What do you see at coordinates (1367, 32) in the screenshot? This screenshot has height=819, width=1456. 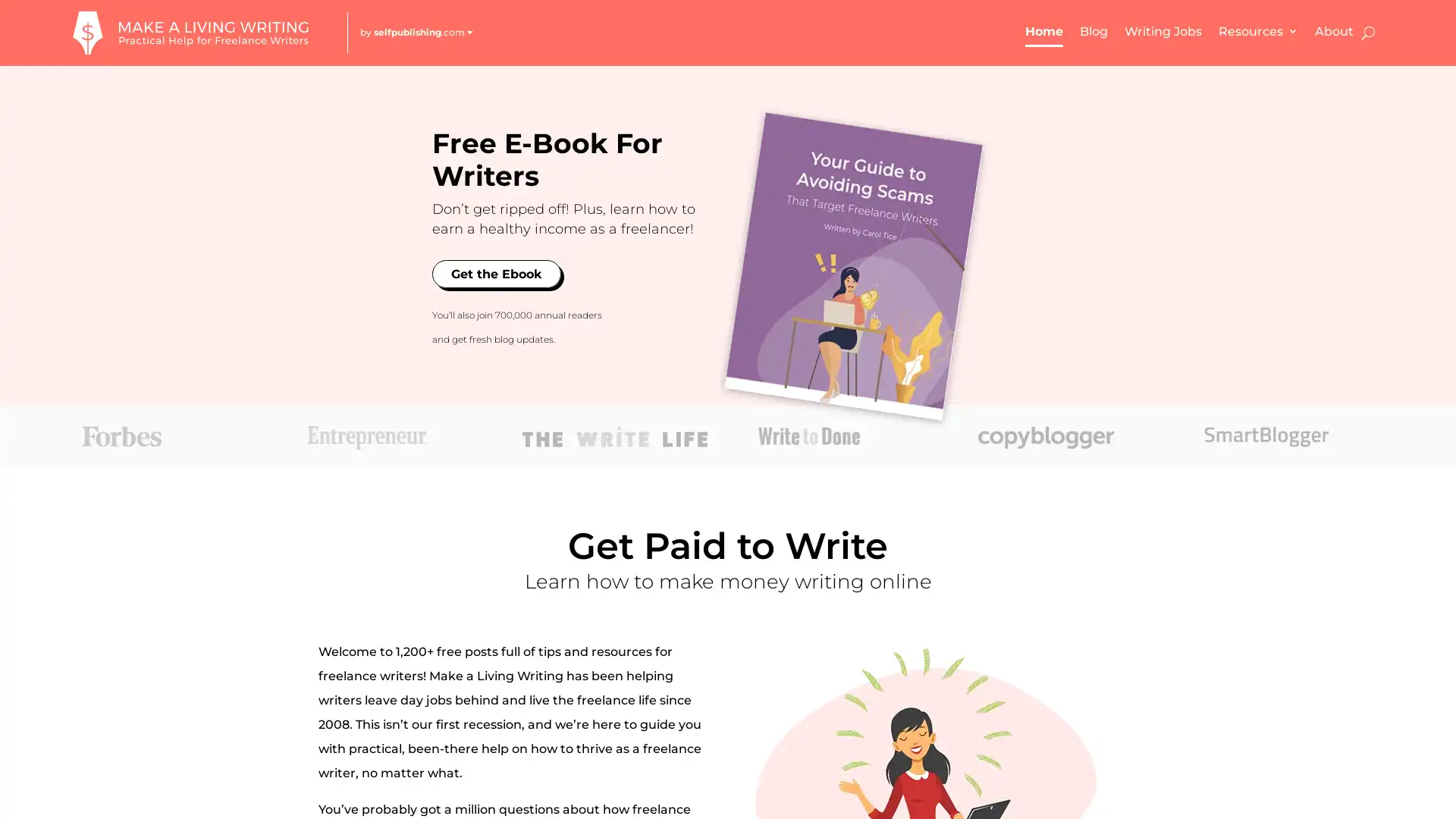 I see `U` at bounding box center [1367, 32].